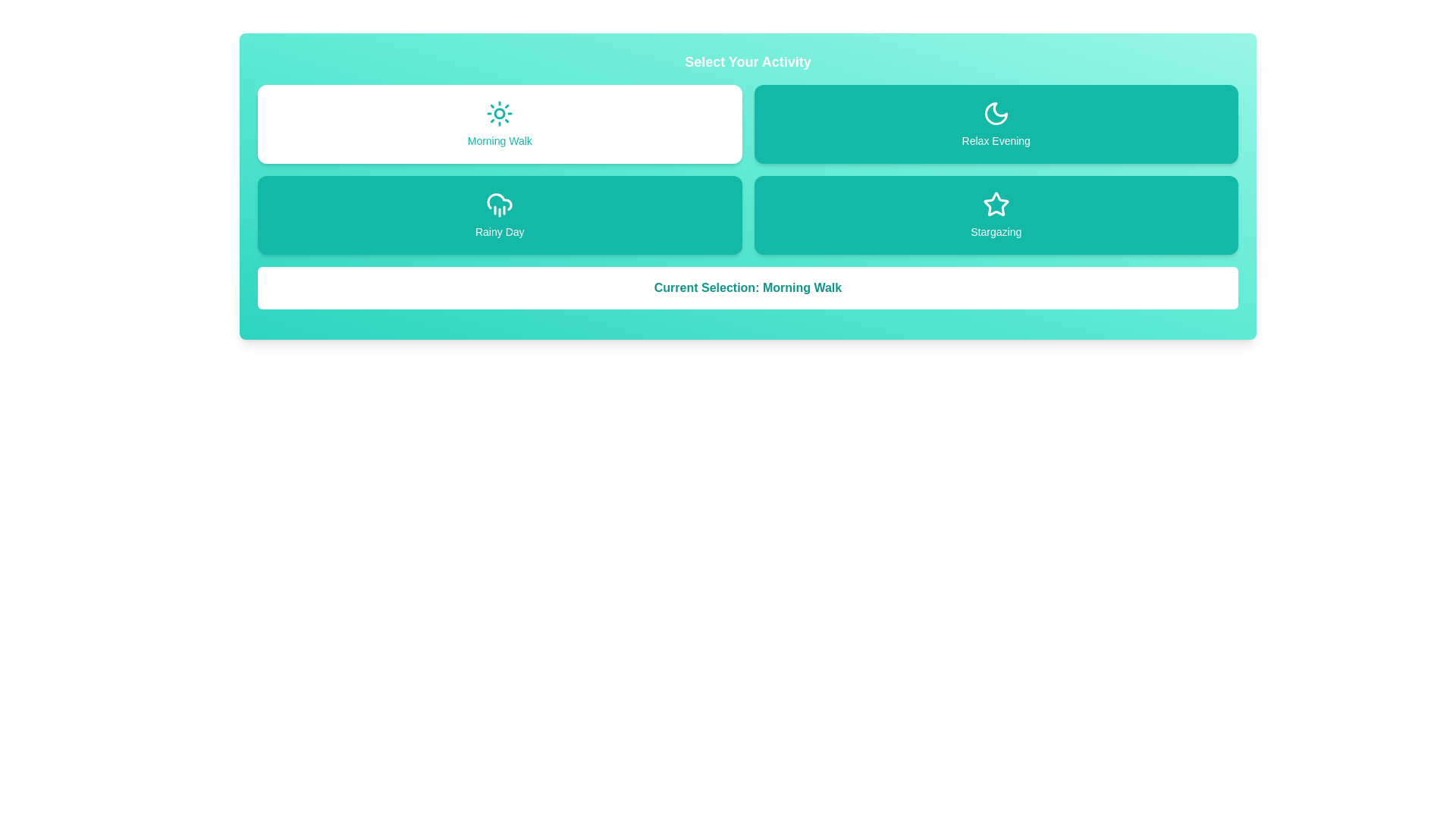 This screenshot has width=1456, height=819. Describe the element at coordinates (500, 124) in the screenshot. I see `the activity label text to highlight it` at that location.